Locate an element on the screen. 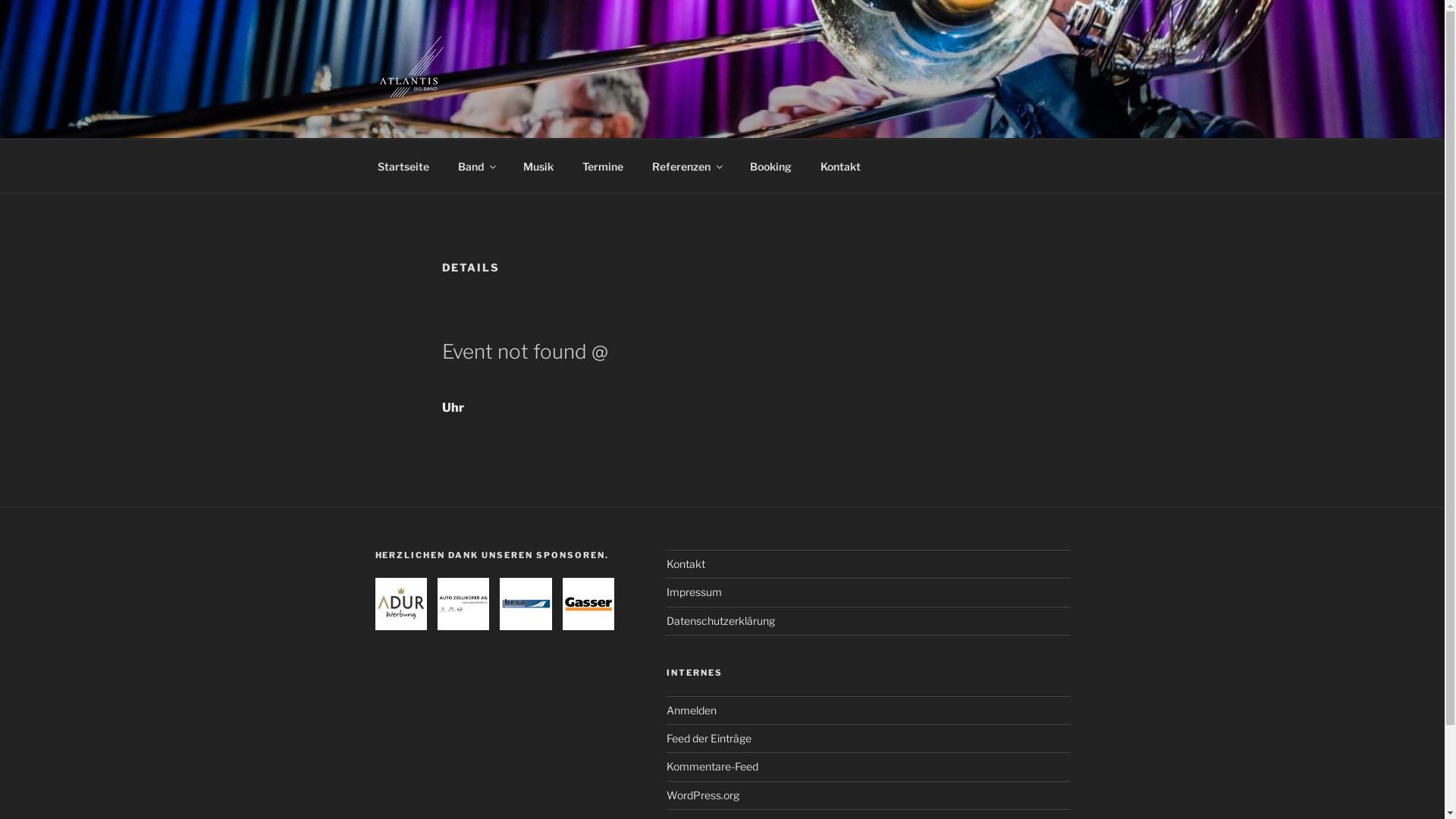 This screenshot has height=819, width=1456. 'Band' is located at coordinates (475, 165).